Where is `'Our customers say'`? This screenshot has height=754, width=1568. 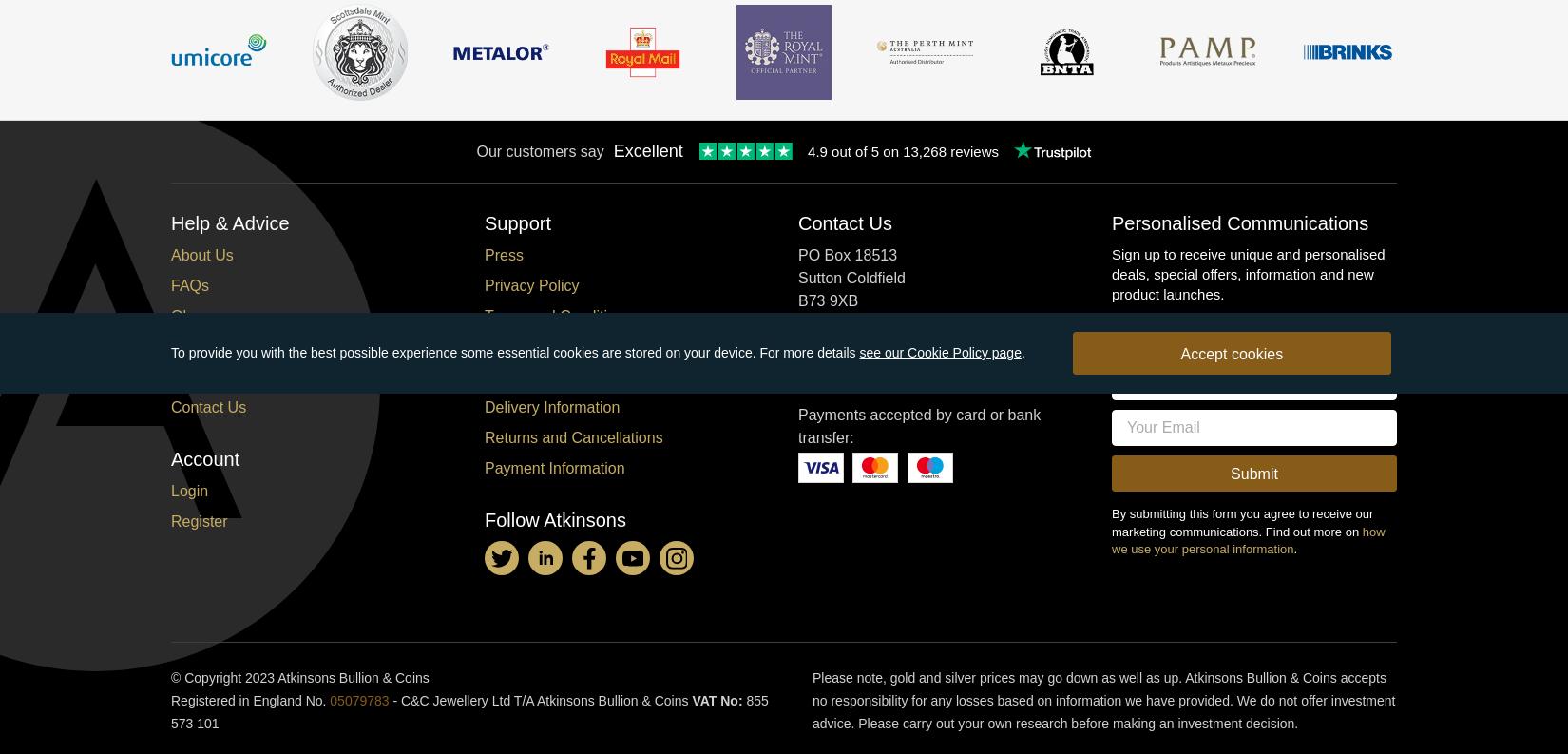
'Our customers say' is located at coordinates (538, 150).